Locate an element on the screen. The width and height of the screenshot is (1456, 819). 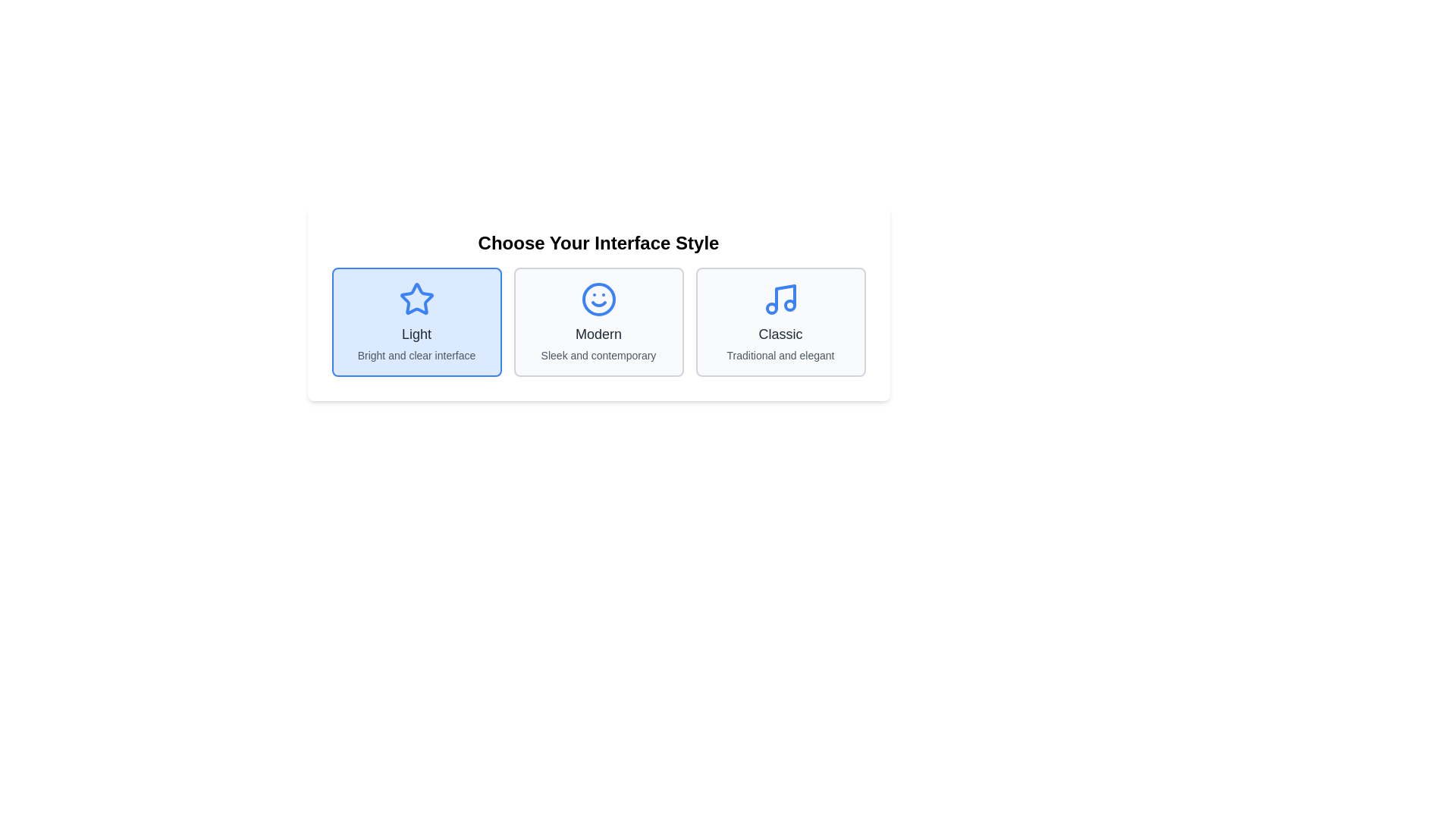
the 'Modern' selectable card element located at the center of the three-item selection interface is located at coordinates (598, 321).